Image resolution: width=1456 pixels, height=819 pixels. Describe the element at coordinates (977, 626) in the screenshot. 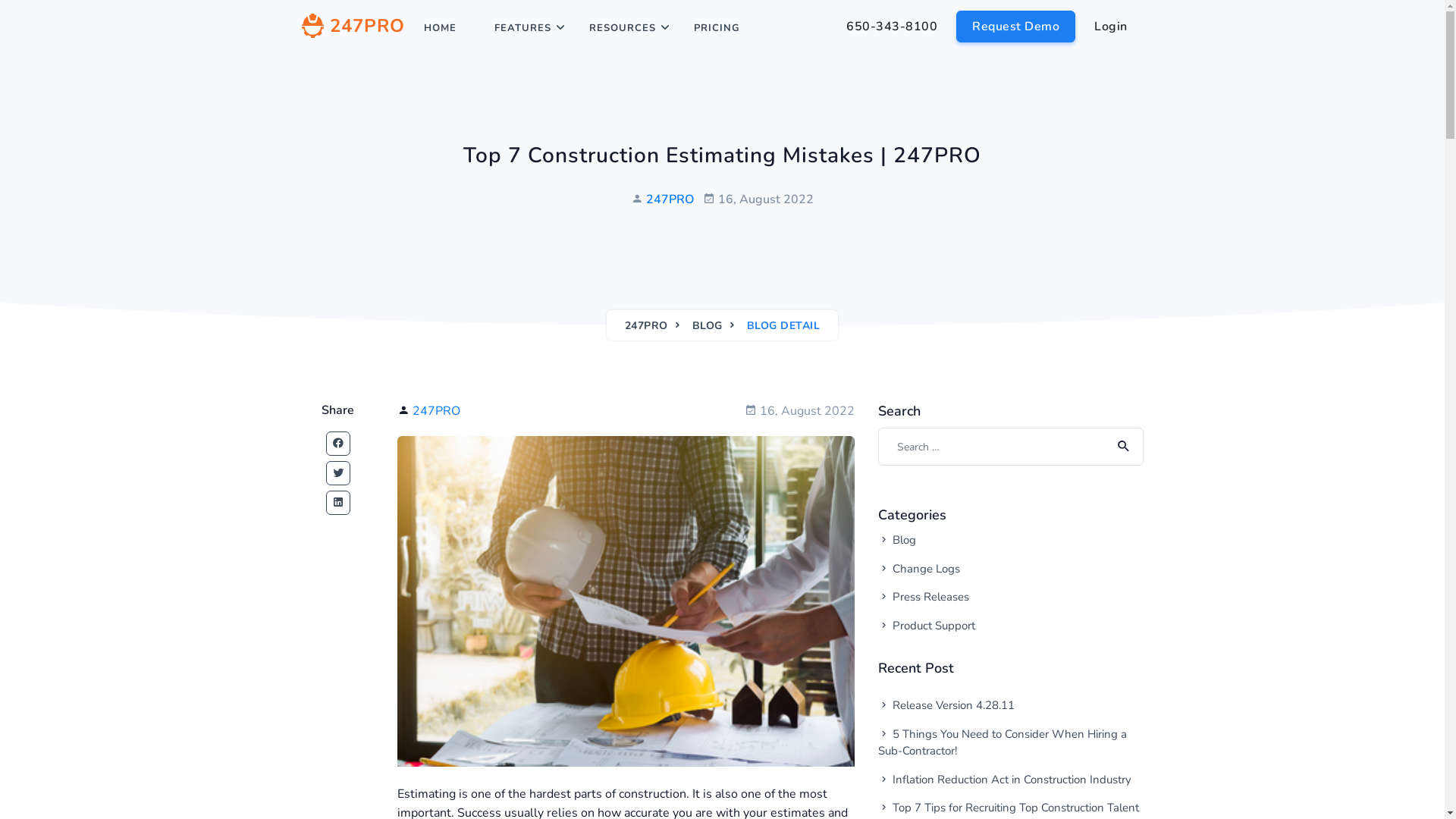

I see `'Product Support'` at that location.